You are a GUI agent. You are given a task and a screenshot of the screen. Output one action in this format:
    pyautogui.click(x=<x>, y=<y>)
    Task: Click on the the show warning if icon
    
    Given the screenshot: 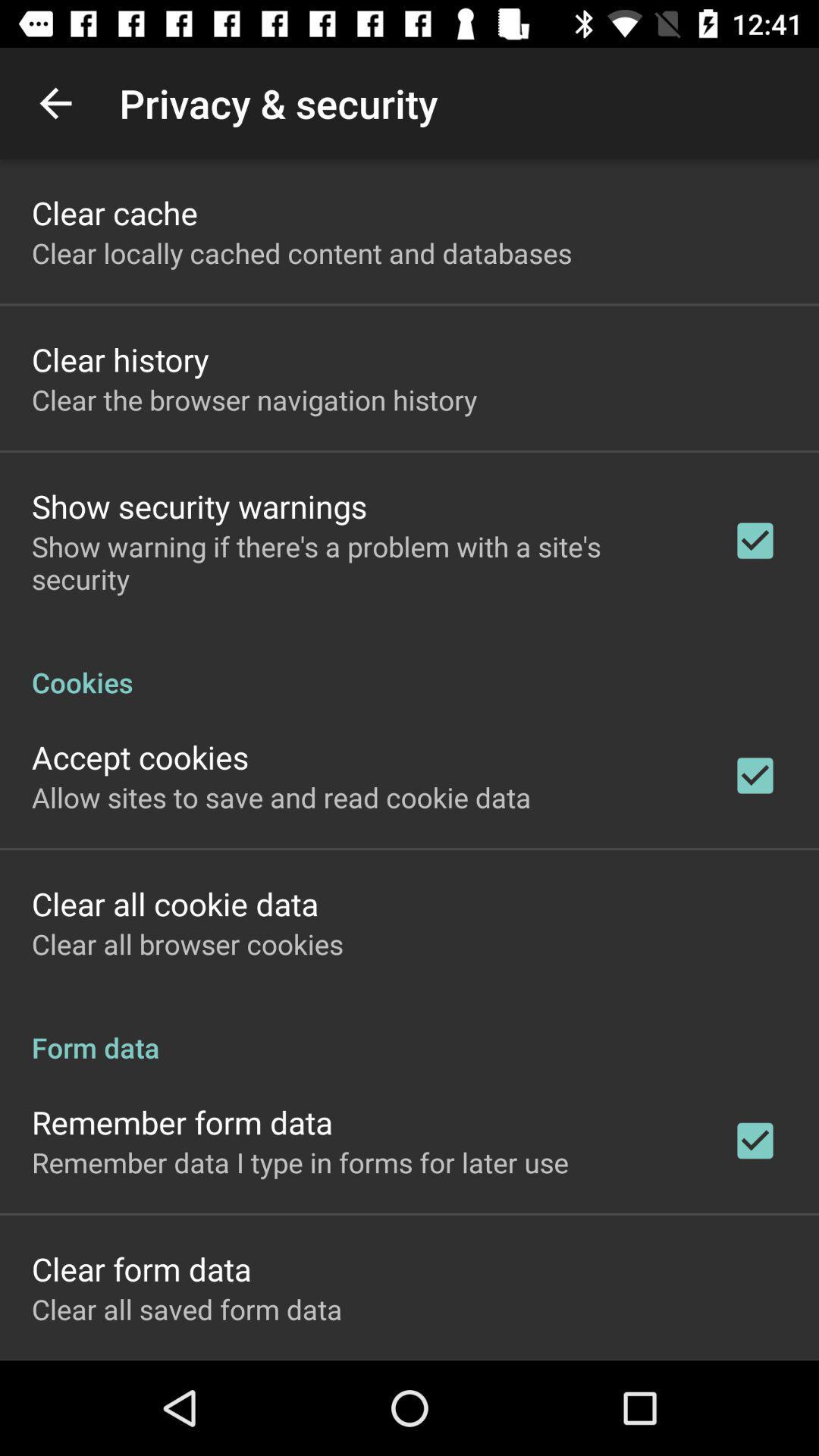 What is the action you would take?
    pyautogui.click(x=362, y=562)
    